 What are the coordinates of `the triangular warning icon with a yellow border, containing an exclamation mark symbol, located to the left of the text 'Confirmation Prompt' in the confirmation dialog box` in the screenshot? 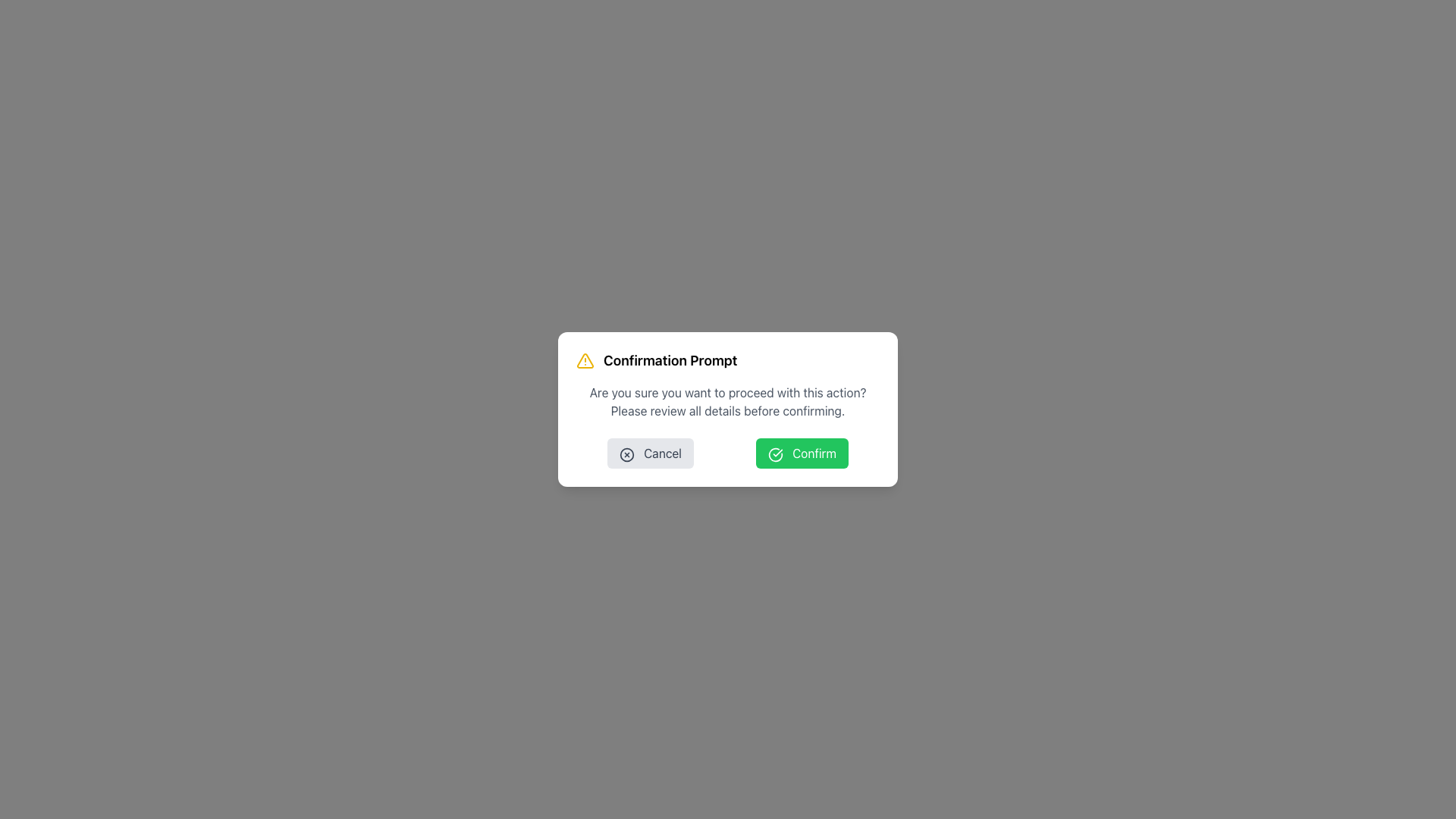 It's located at (585, 360).